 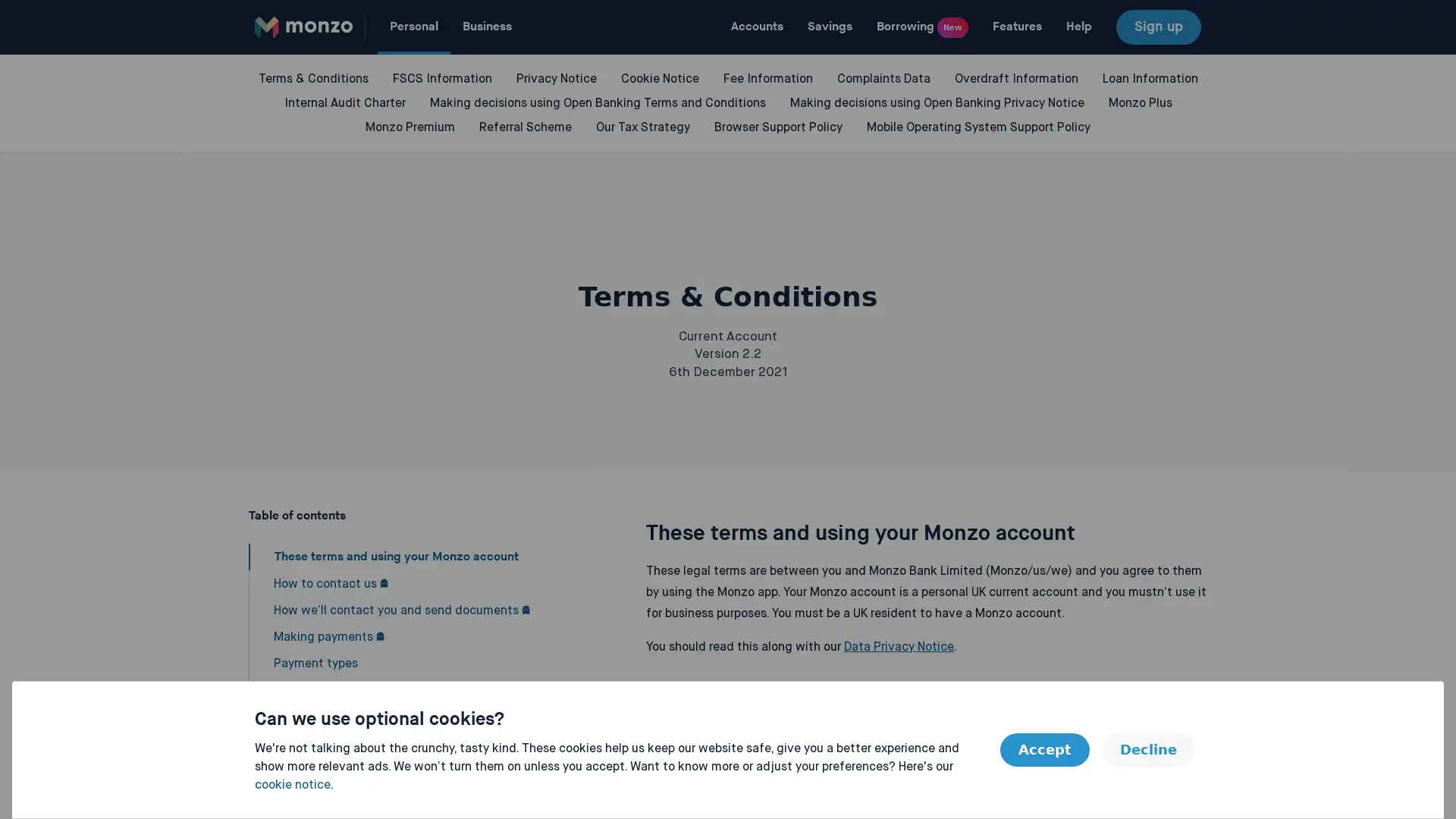 What do you see at coordinates (1148, 748) in the screenshot?
I see `Decline` at bounding box center [1148, 748].